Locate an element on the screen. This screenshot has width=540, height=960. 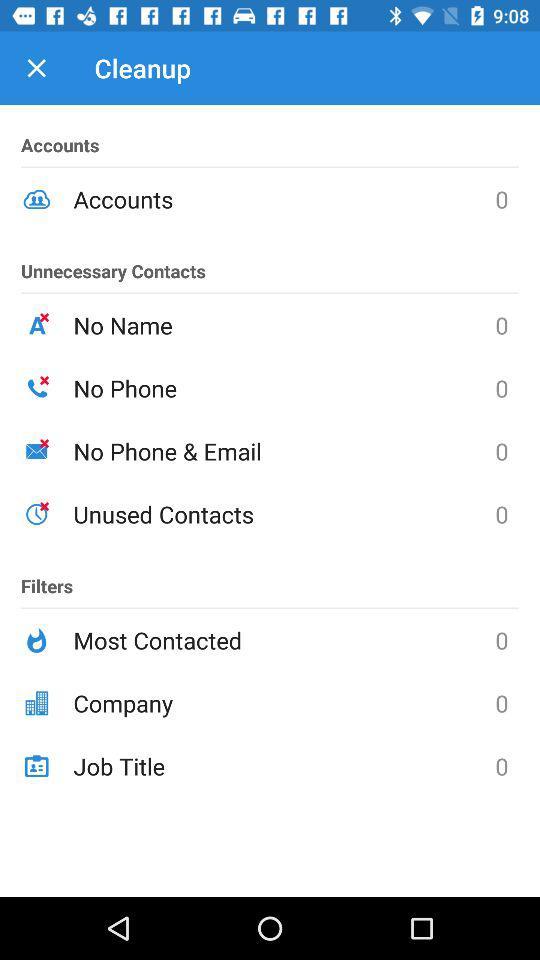
icon next to filters is located at coordinates (283, 513).